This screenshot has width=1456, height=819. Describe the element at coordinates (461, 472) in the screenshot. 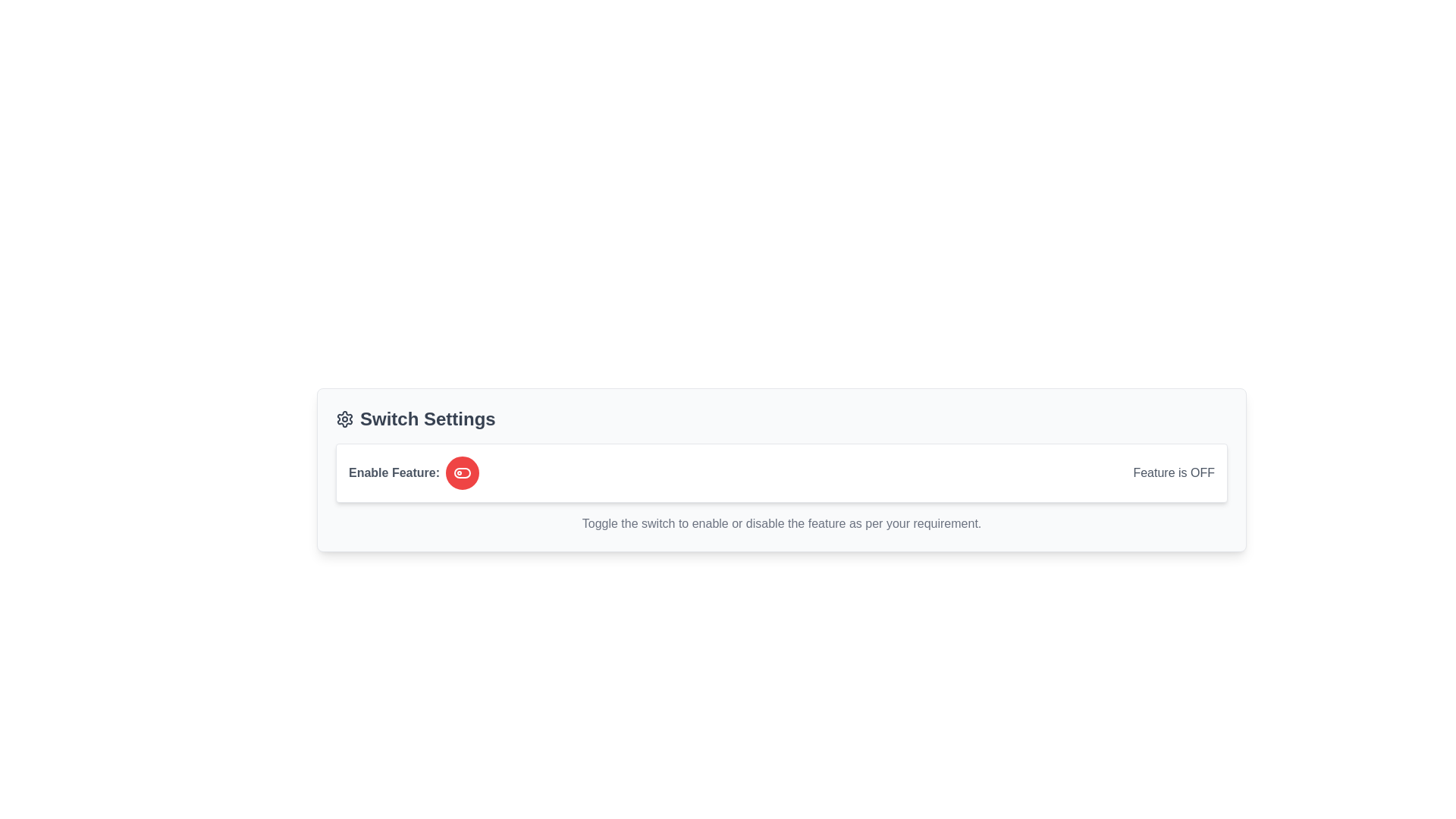

I see `the toggle switch button to change its state` at that location.